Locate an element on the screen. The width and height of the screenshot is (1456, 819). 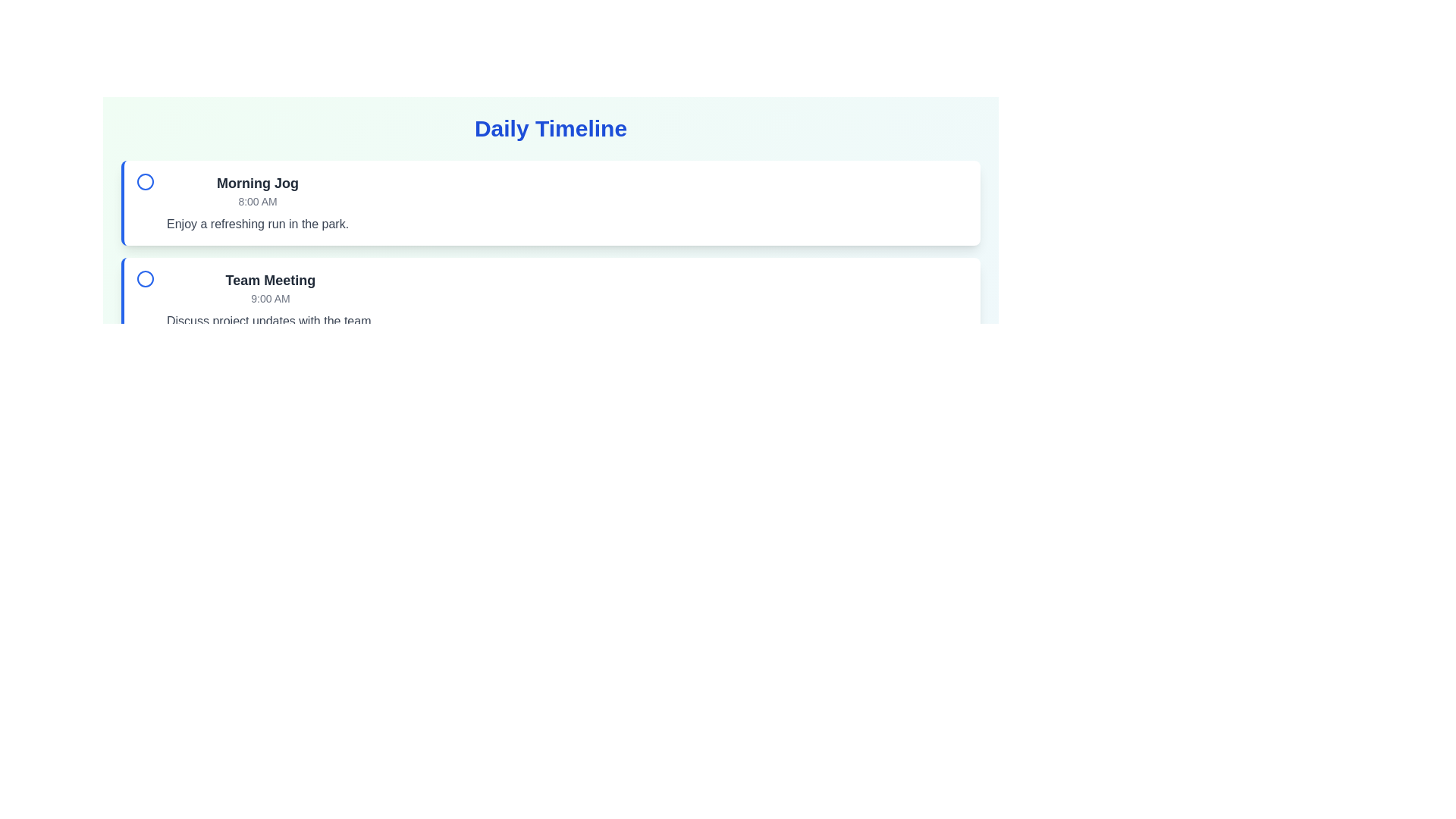
the text label displaying '8:00 AM', which is located below the title 'Morning Jog' and above the description text is located at coordinates (258, 201).